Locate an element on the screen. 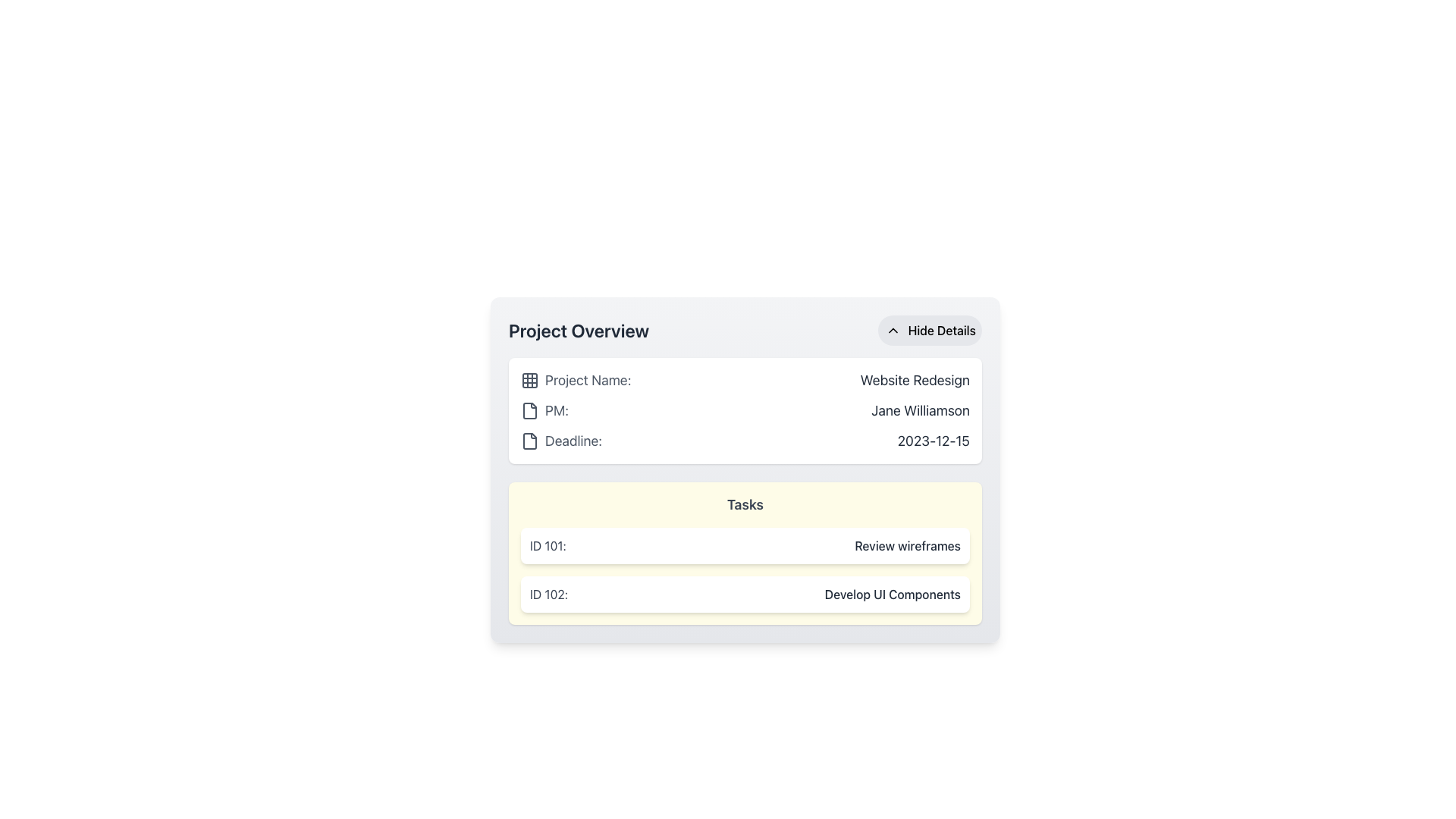 The width and height of the screenshot is (1456, 819). the central grid cell of the top row in the 3x3 grid icon, which is a small square with rounded corners and a dark border is located at coordinates (530, 379).